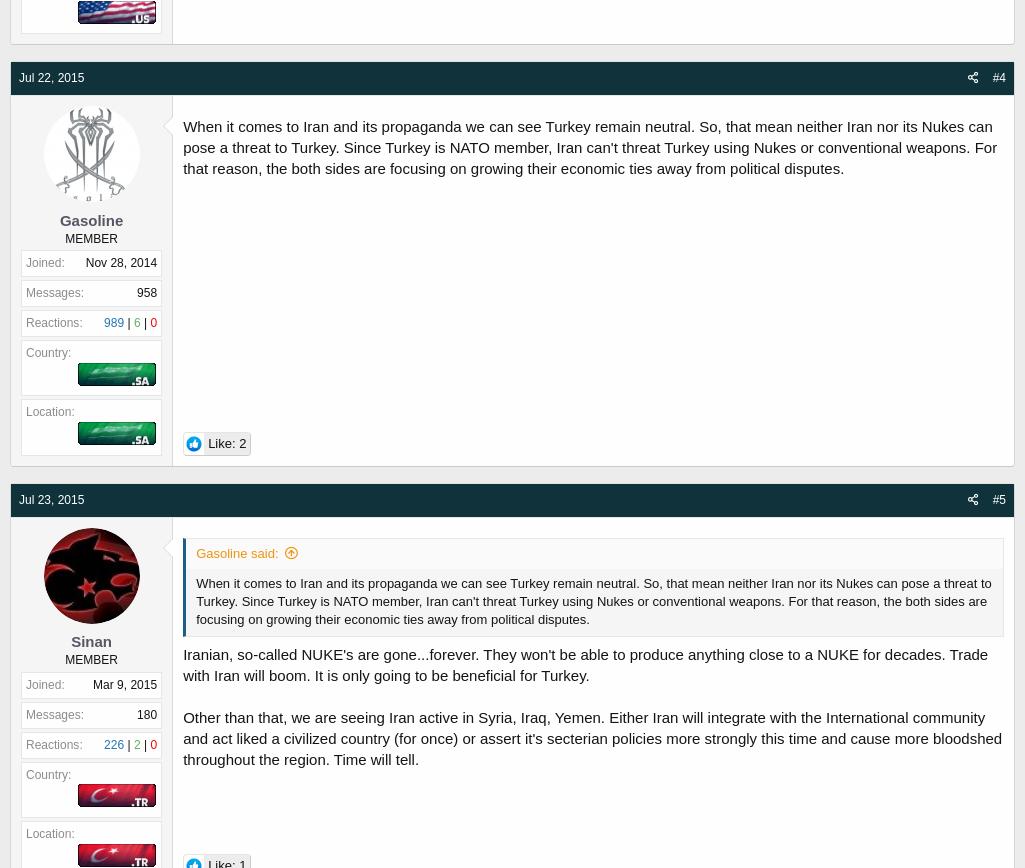 This screenshot has width=1025, height=868. Describe the element at coordinates (120, 263) in the screenshot. I see `'Nov 28, 2014'` at that location.